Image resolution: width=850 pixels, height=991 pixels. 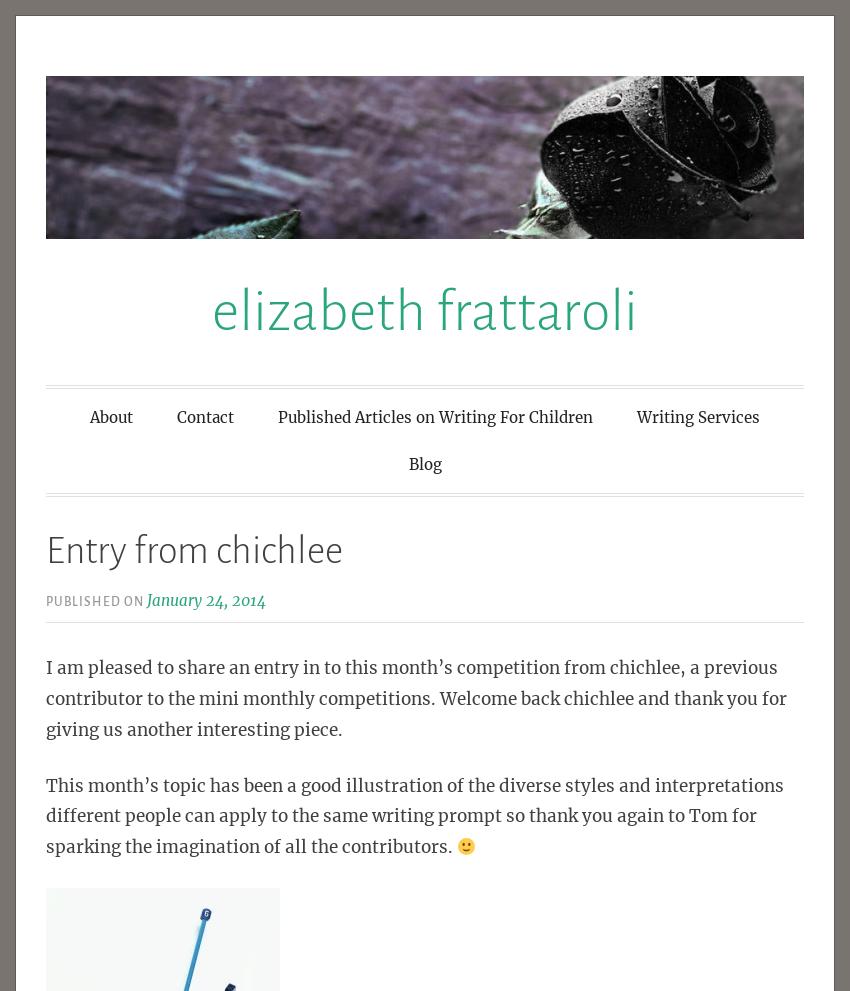 I want to click on 'Writing Services', so click(x=697, y=416).